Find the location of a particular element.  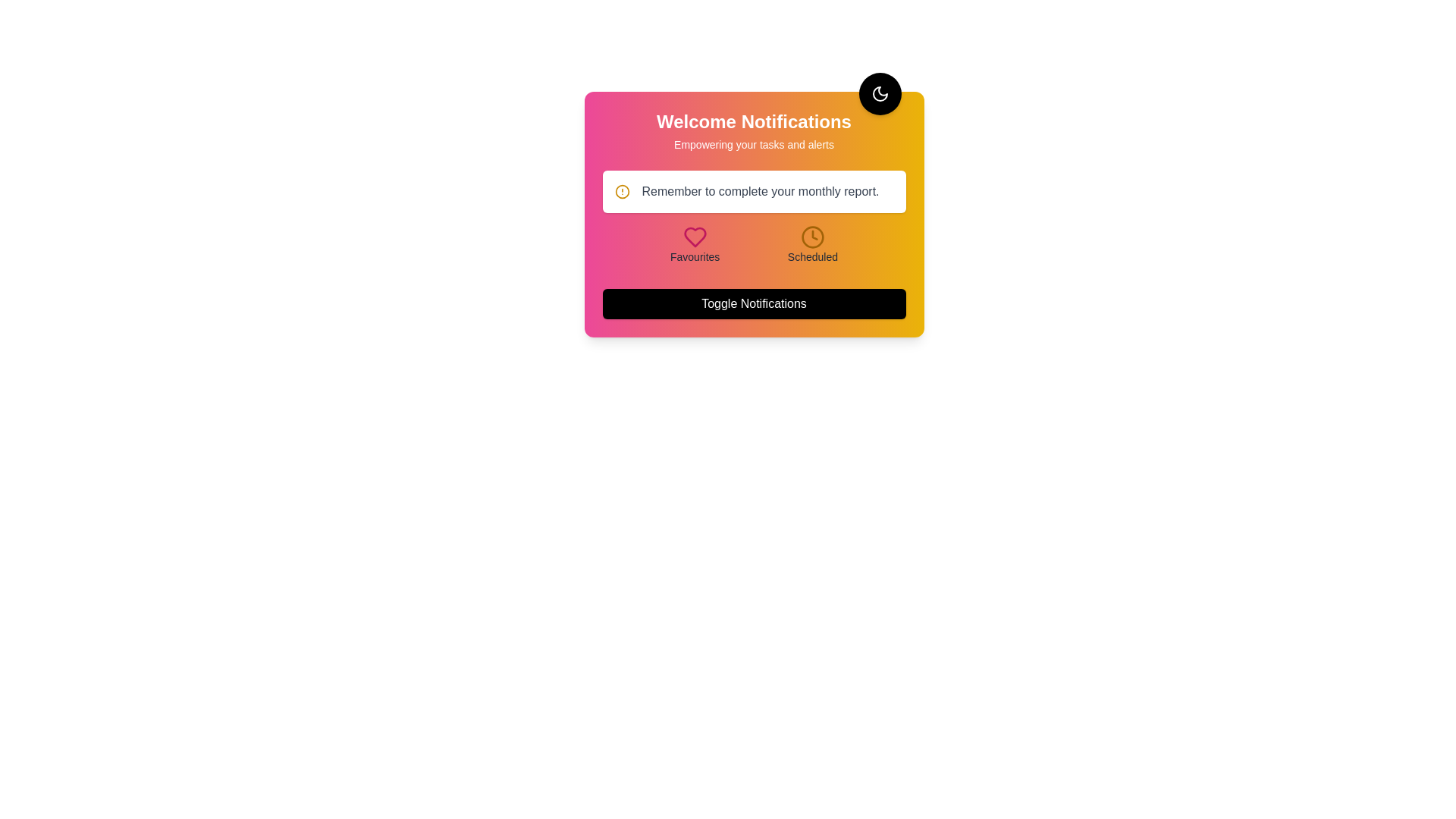

the circular dark mode toggle button with a black background and white crescent moon shape located in the top-right corner, above the 'Welcome Notifications' text to change the mode or theme is located at coordinates (880, 93).